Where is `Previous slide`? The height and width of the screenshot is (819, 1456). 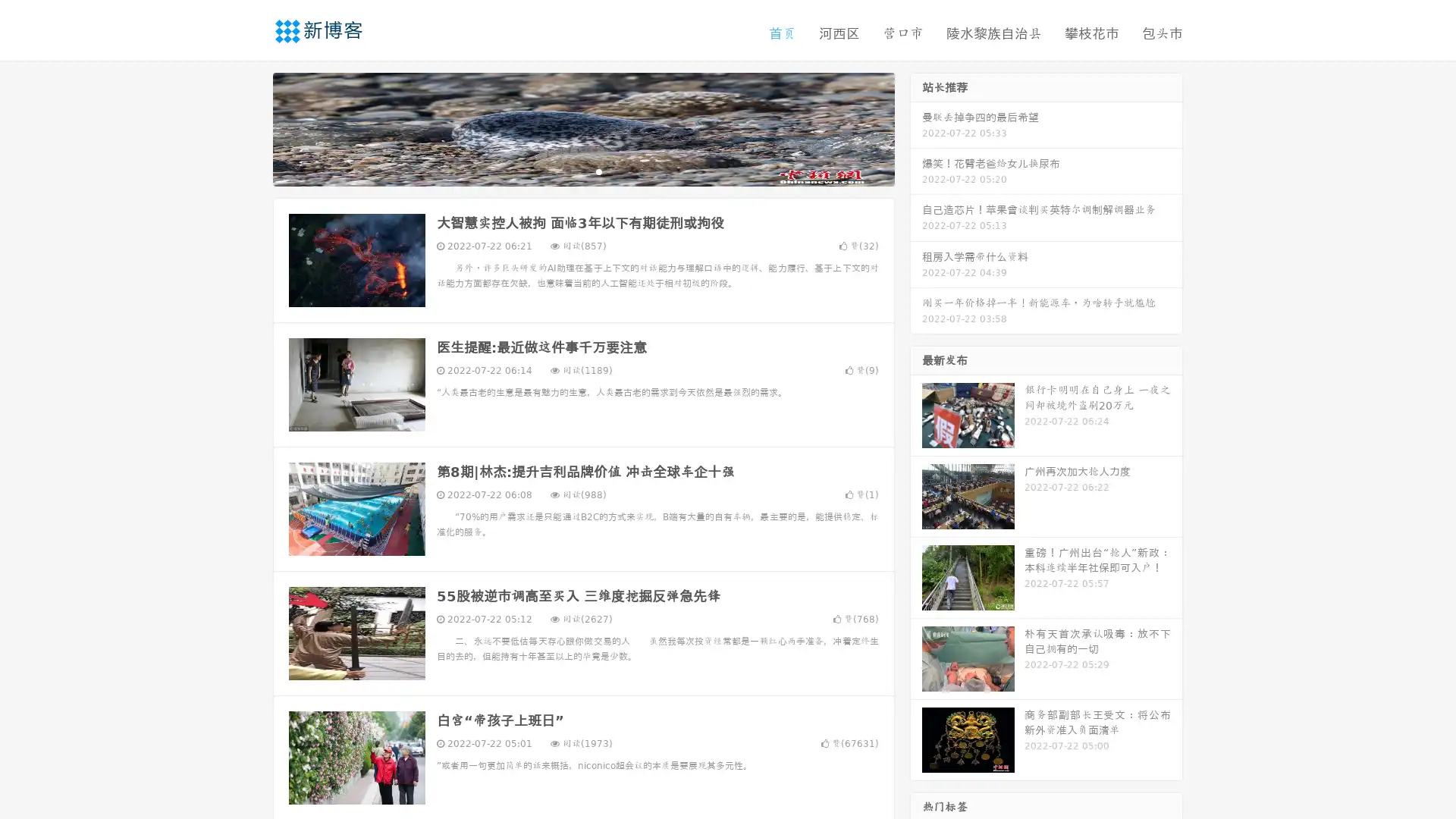
Previous slide is located at coordinates (250, 127).